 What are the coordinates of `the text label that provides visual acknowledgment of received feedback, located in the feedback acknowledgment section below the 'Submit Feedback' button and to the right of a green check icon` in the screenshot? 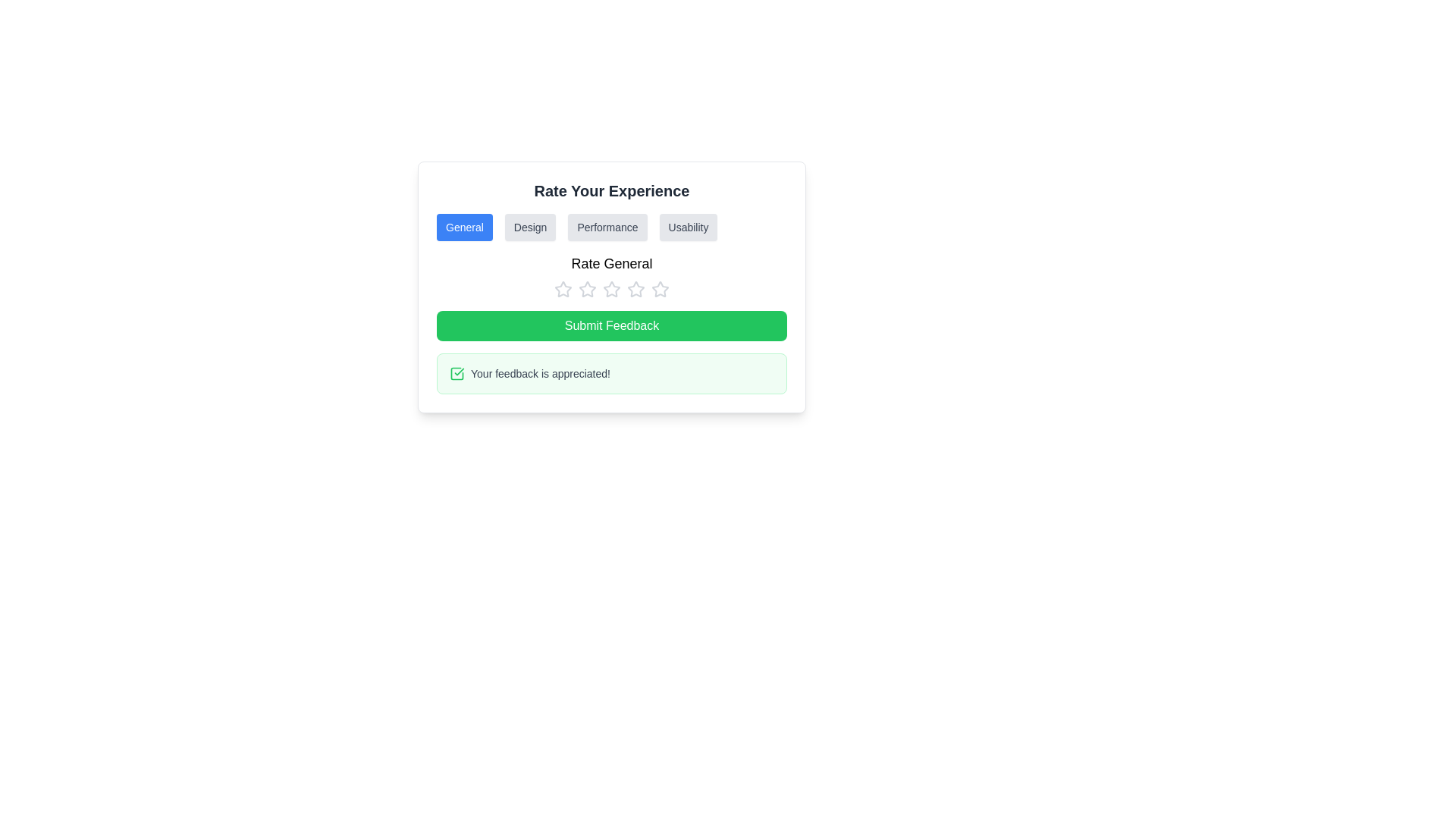 It's located at (540, 374).